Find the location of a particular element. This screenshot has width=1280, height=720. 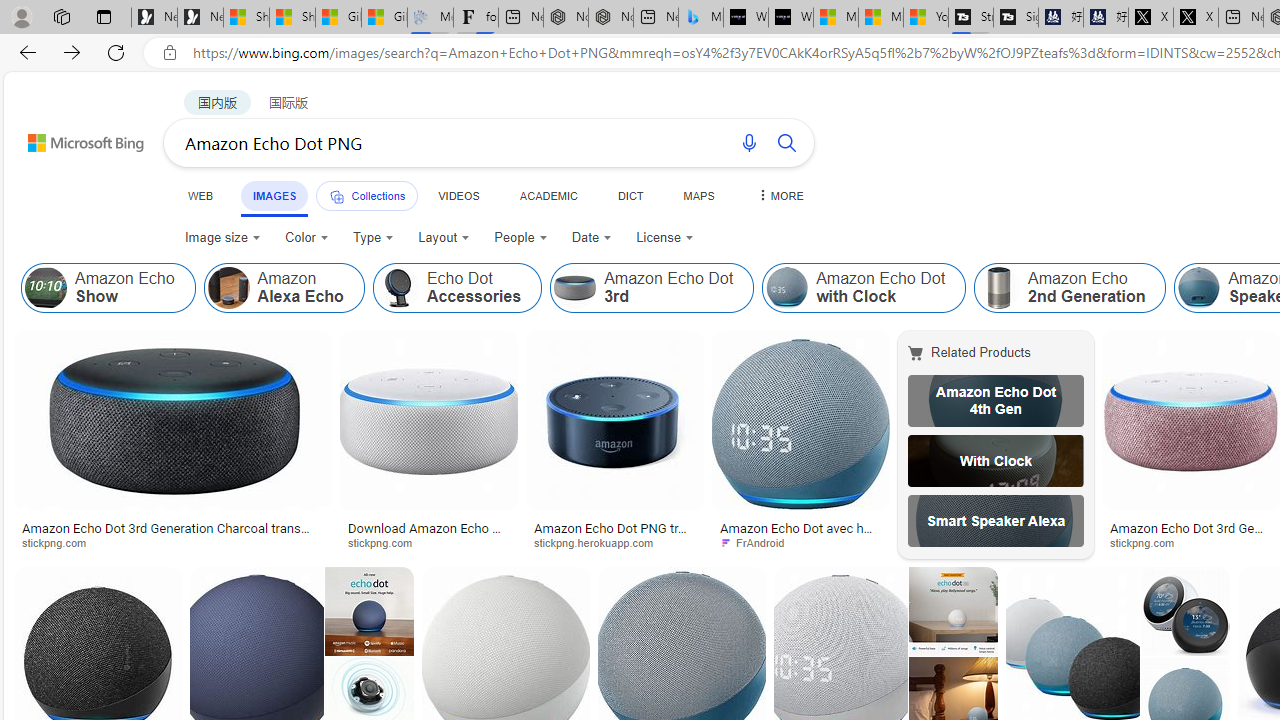

'Color' is located at coordinates (304, 236).